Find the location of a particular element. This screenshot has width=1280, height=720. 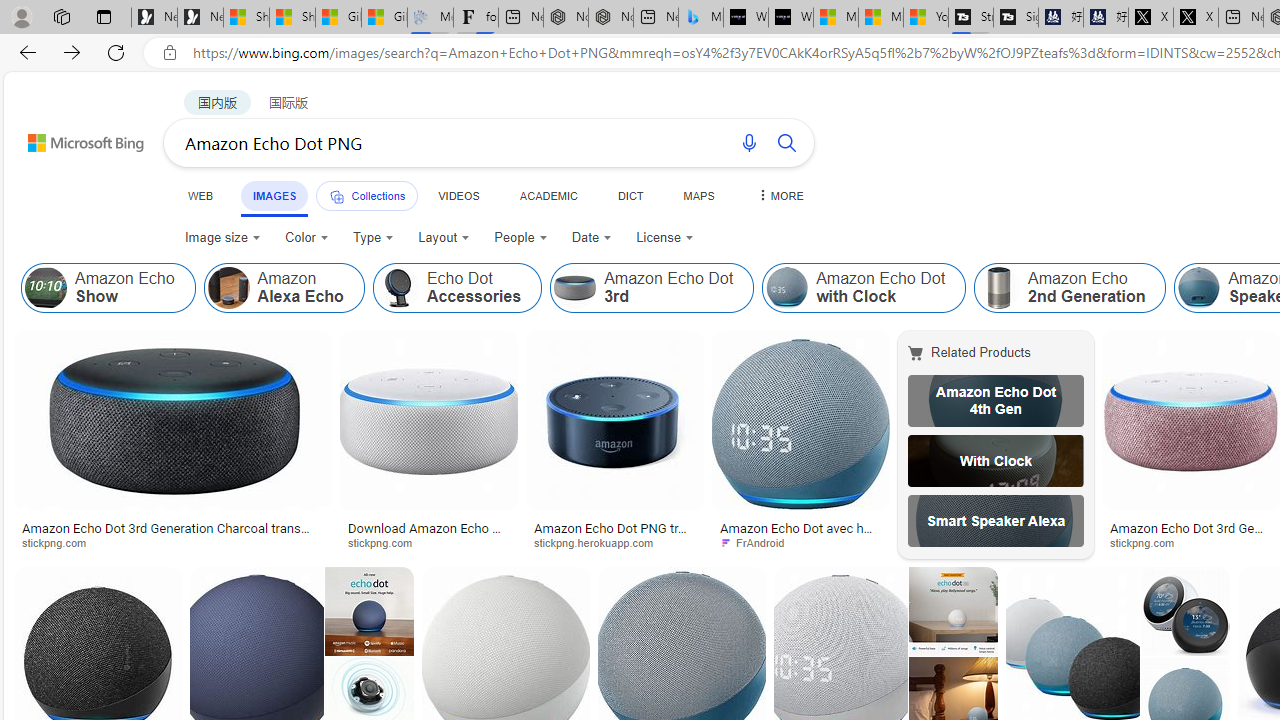

'Color' is located at coordinates (304, 236).